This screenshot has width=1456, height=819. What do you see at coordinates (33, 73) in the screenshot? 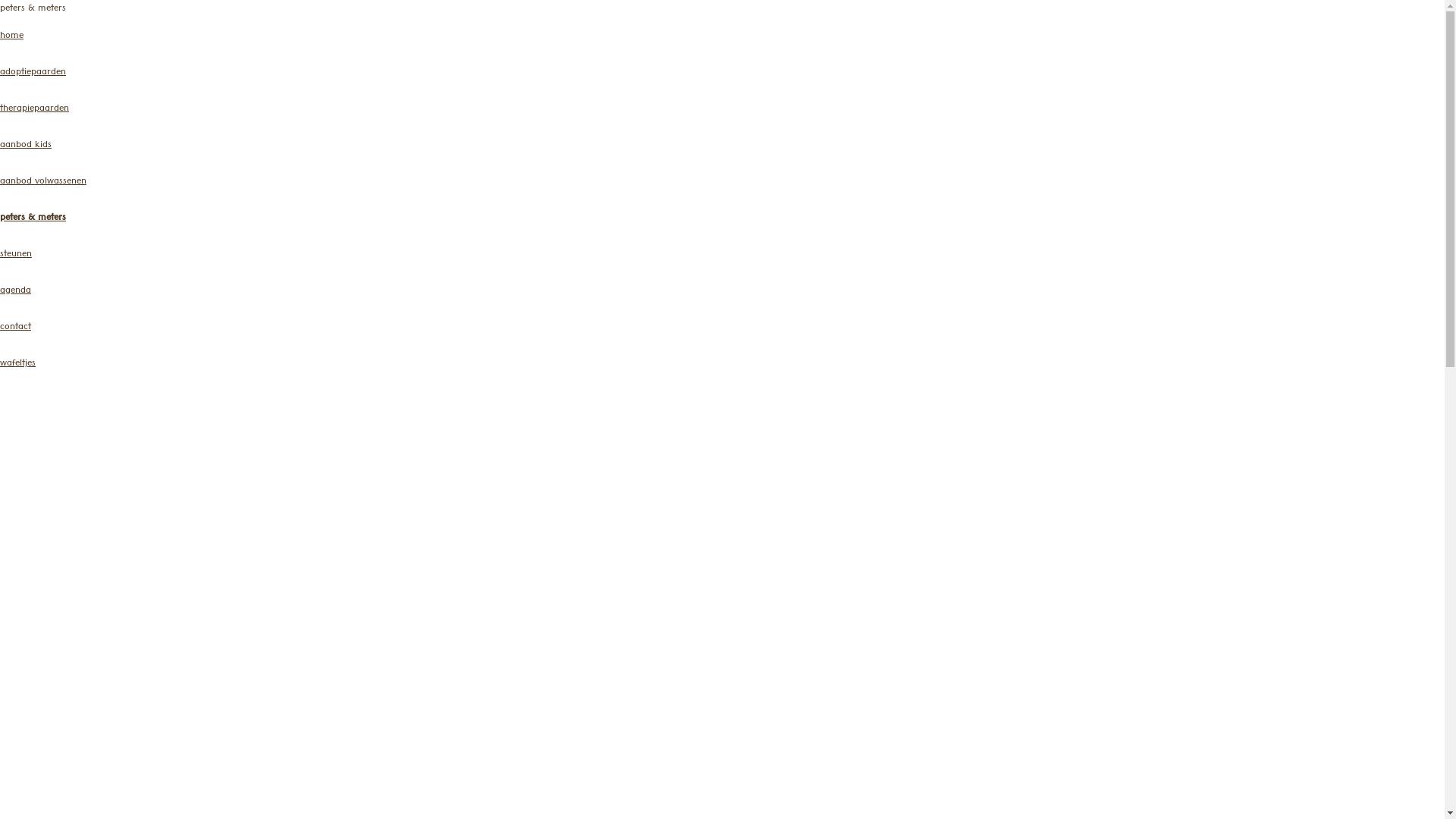
I see `'adoptiepaarden'` at bounding box center [33, 73].